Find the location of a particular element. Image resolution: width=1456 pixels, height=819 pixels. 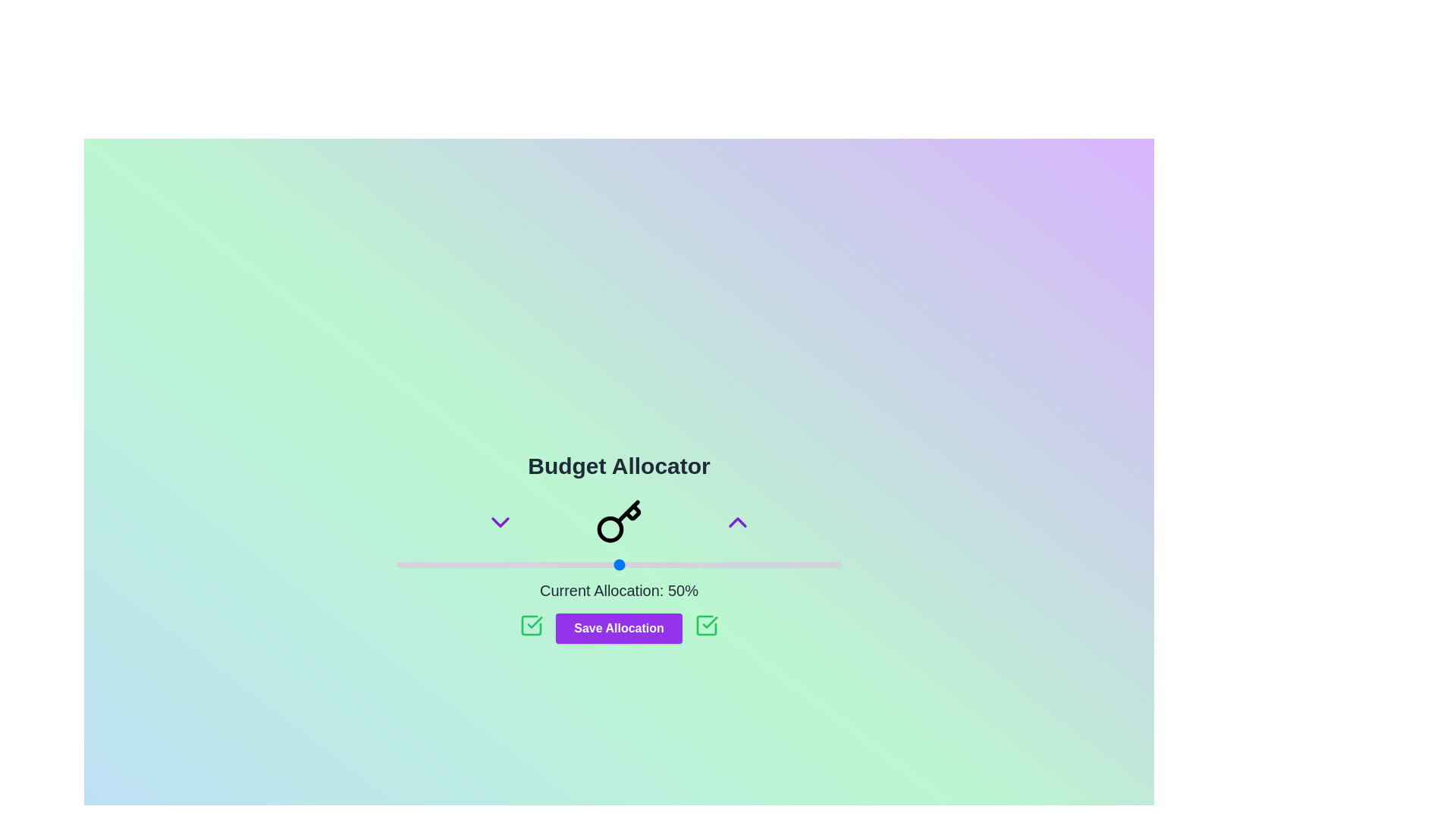

the chevron button to adjust the budget by increase is located at coordinates (737, 522).